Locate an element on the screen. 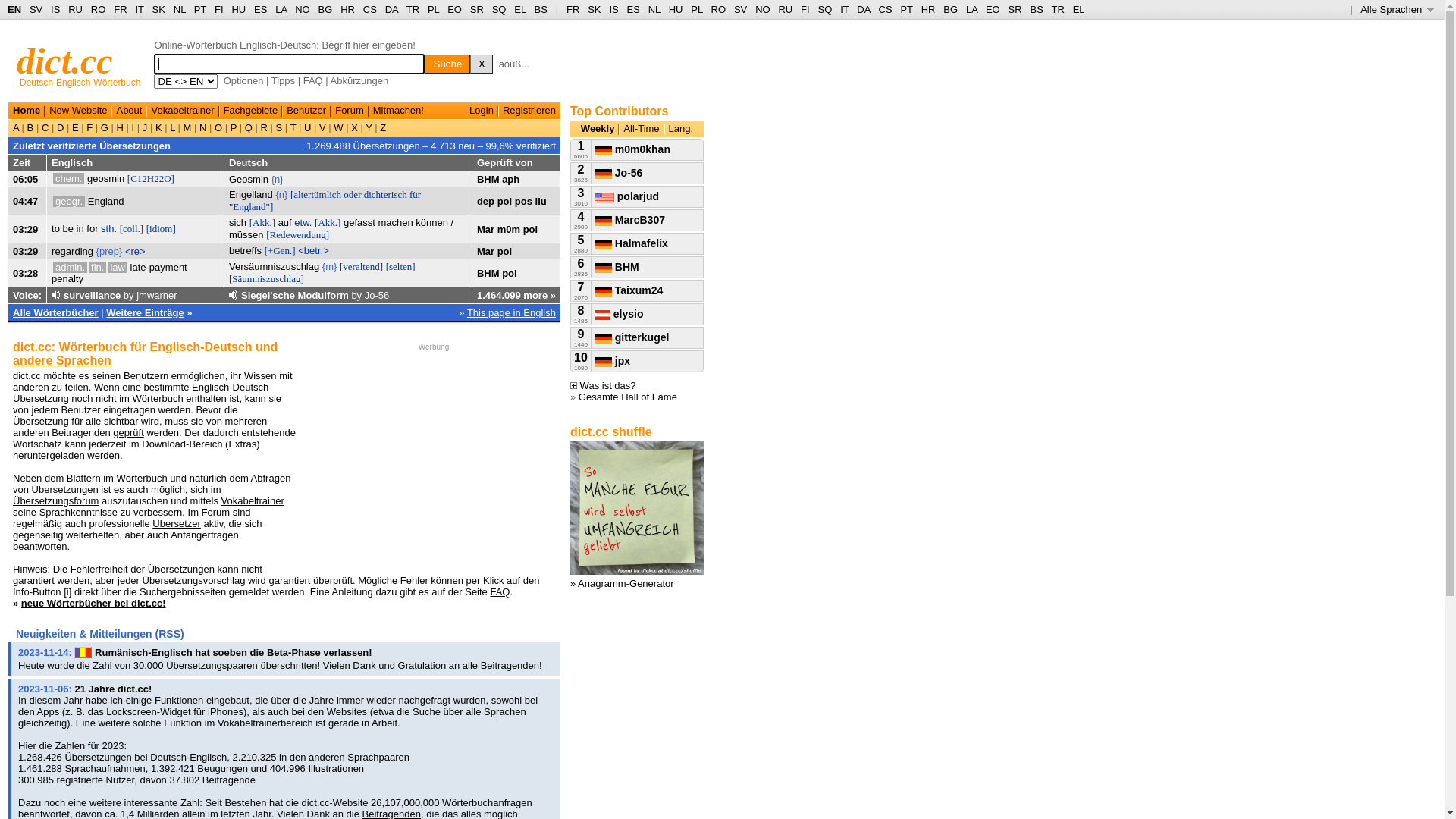 The image size is (1456, 819). 'PL' is located at coordinates (427, 9).